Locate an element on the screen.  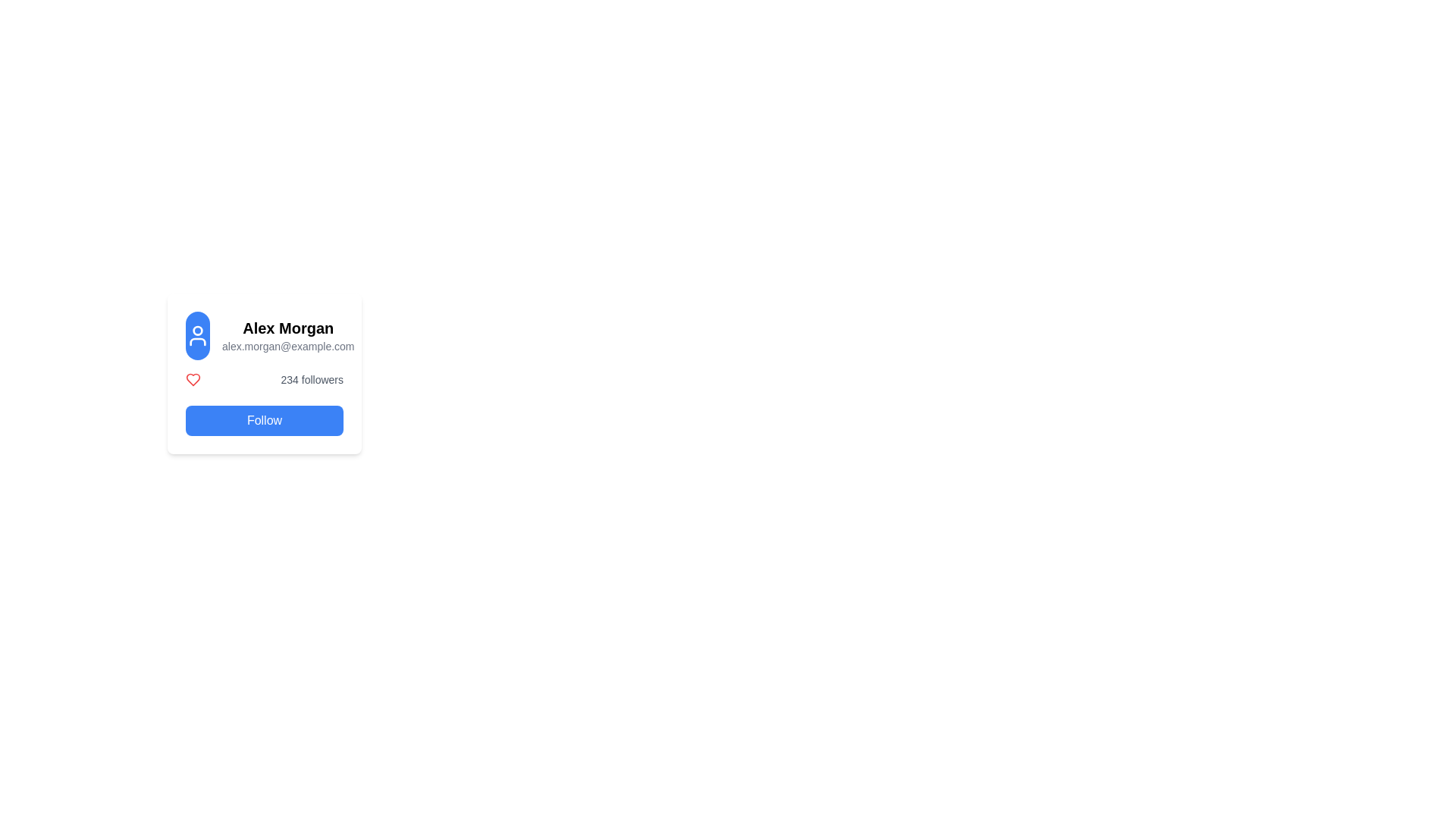
the circular blue avatar icon with a white user icon, located at the top-left corner of the profile card is located at coordinates (196, 335).